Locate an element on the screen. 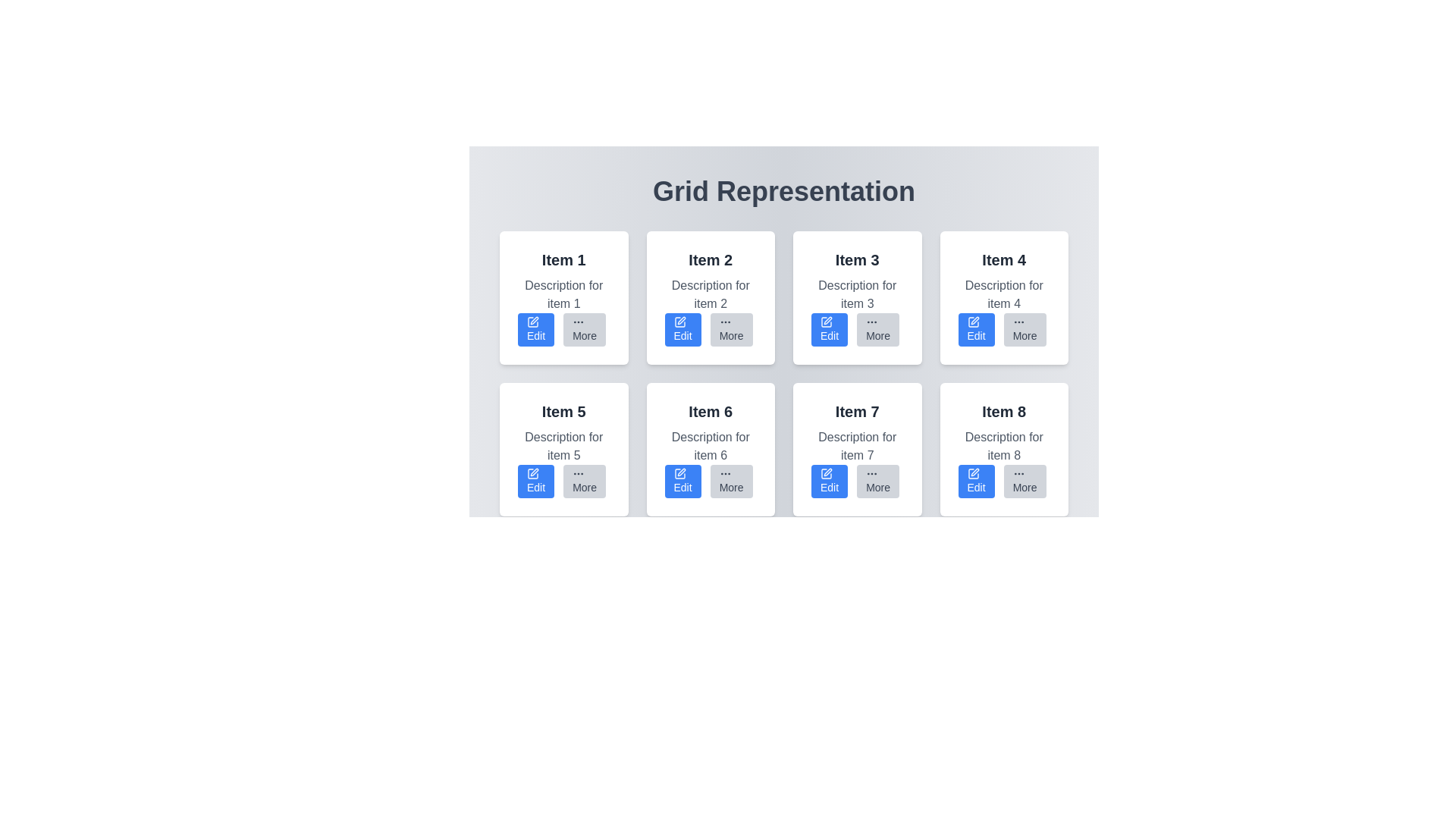  the 'Edit' icon located beneath the text 'Item 2 Description for item 2' to initiate the edit action is located at coordinates (679, 321).